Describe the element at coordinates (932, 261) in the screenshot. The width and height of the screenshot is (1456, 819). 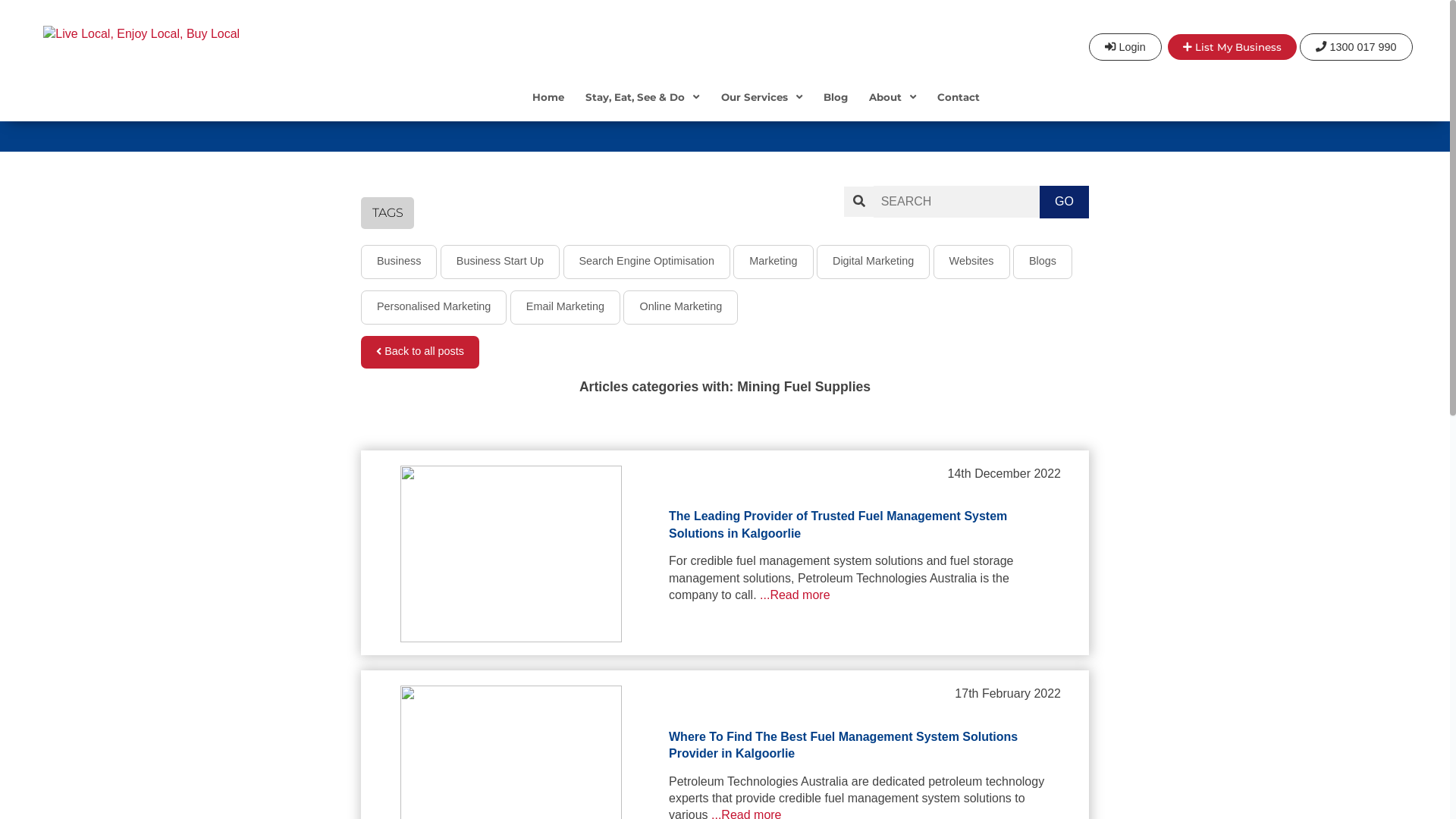
I see `'Websites'` at that location.